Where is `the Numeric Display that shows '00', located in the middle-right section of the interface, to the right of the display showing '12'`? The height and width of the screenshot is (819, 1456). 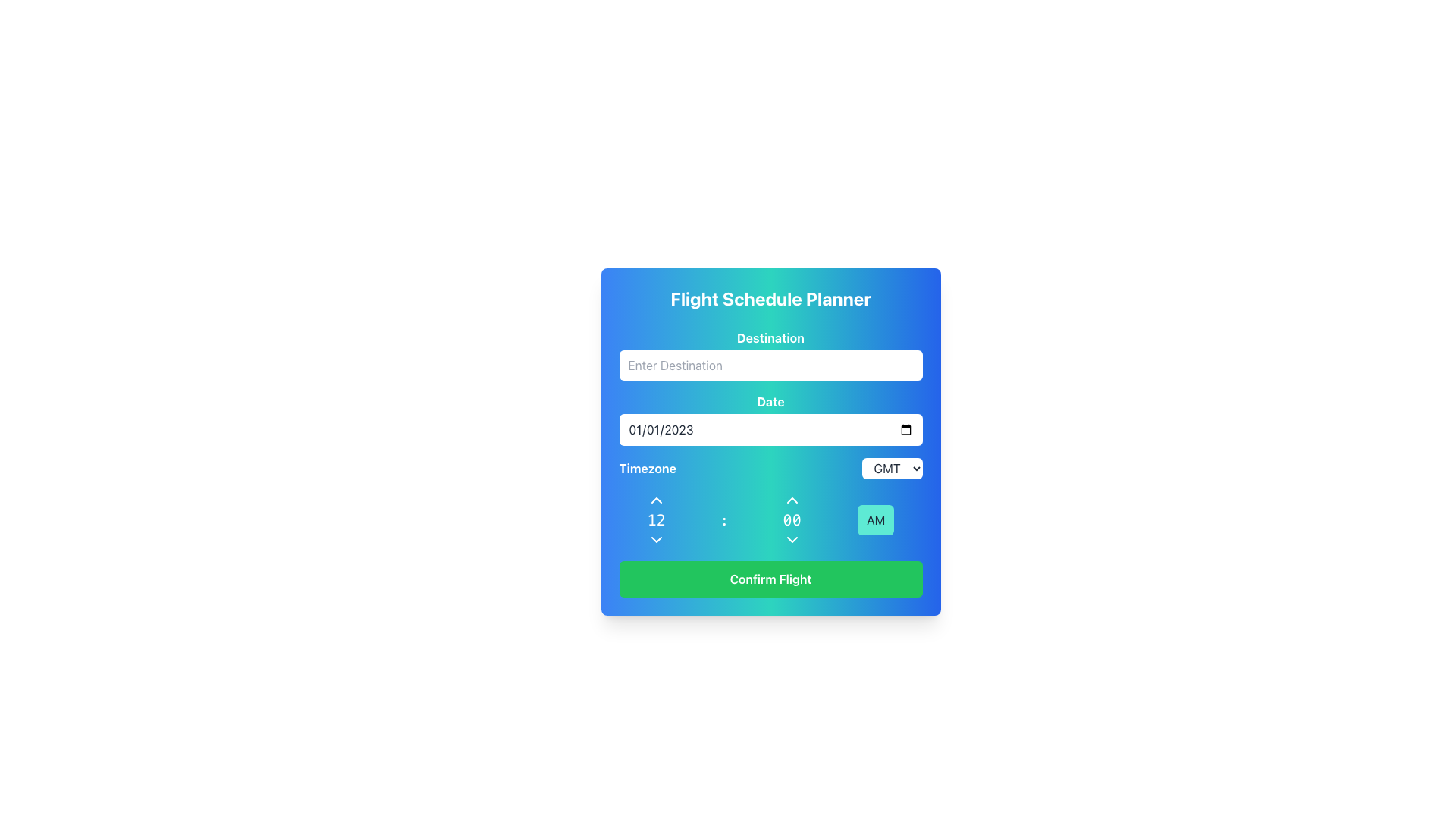
the Numeric Display that shows '00', located in the middle-right section of the interface, to the right of the display showing '12' is located at coordinates (791, 519).